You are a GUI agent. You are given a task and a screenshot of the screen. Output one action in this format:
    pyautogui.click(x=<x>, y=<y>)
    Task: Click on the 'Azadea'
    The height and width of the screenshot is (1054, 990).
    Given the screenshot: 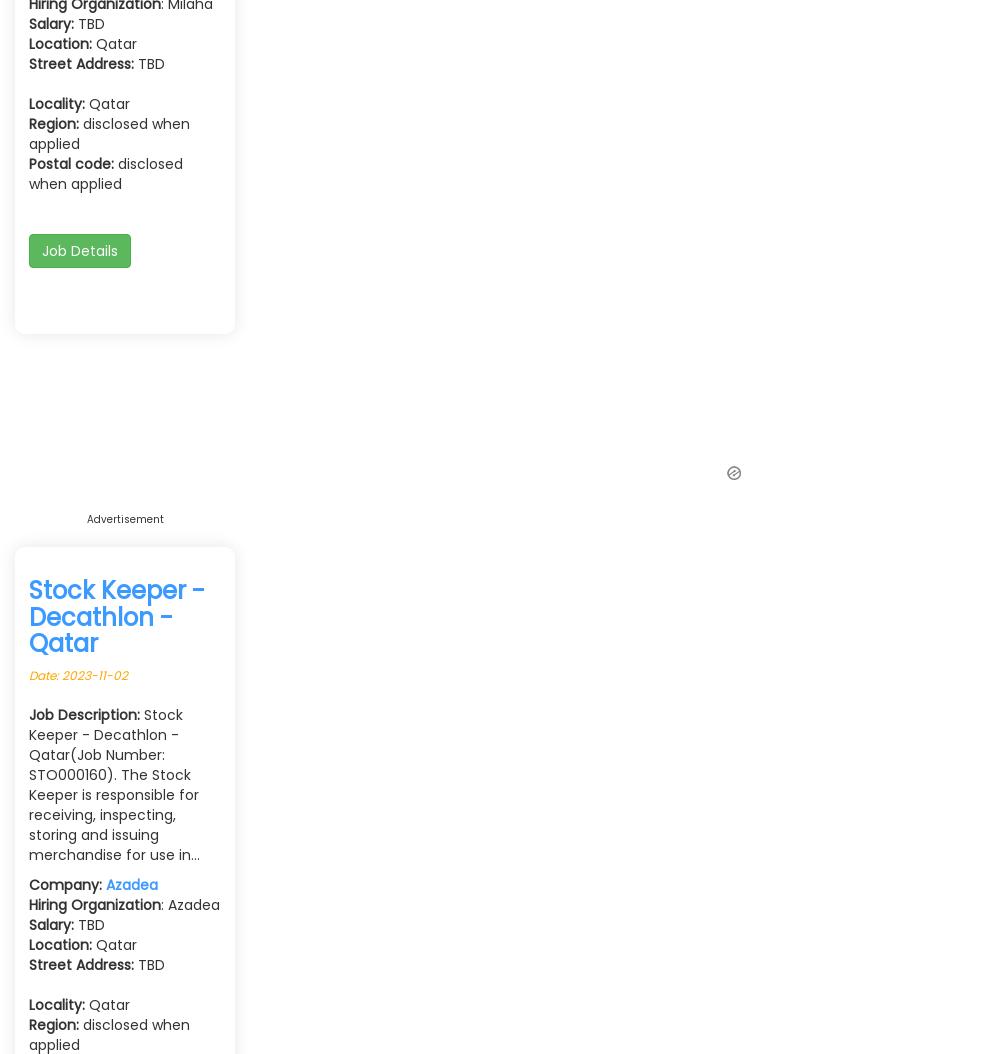 What is the action you would take?
    pyautogui.click(x=130, y=883)
    